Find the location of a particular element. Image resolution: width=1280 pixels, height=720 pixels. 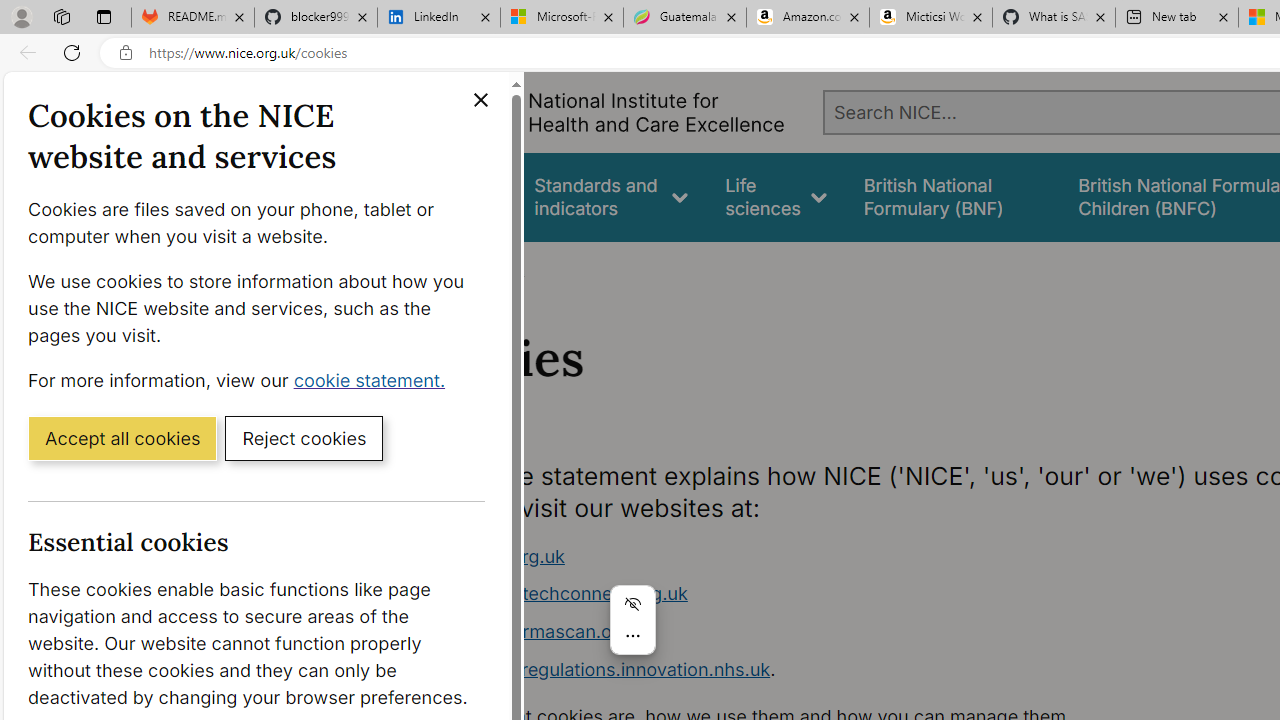

'More actions' is located at coordinates (631, 636).